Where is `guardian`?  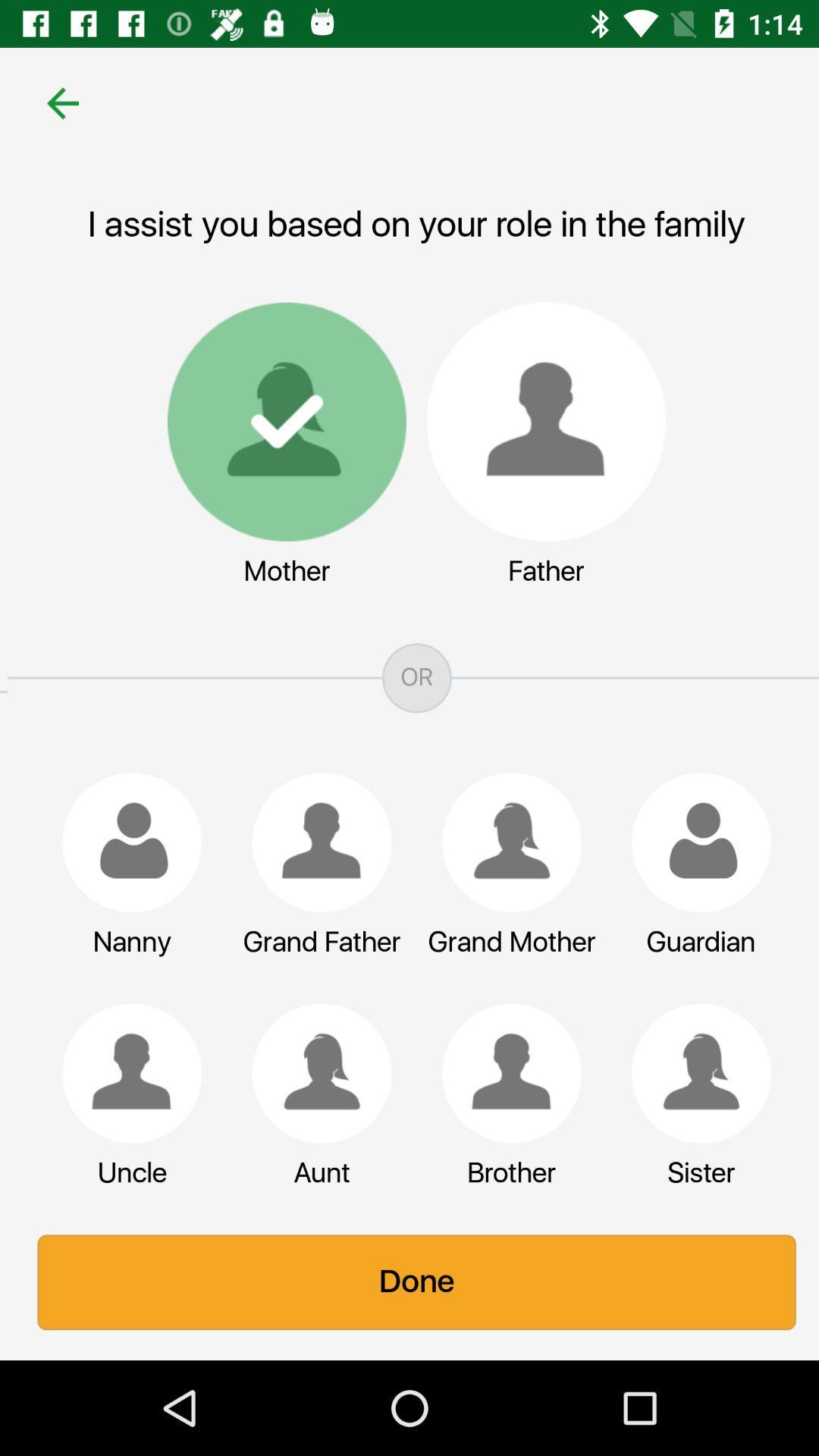
guardian is located at coordinates (694, 842).